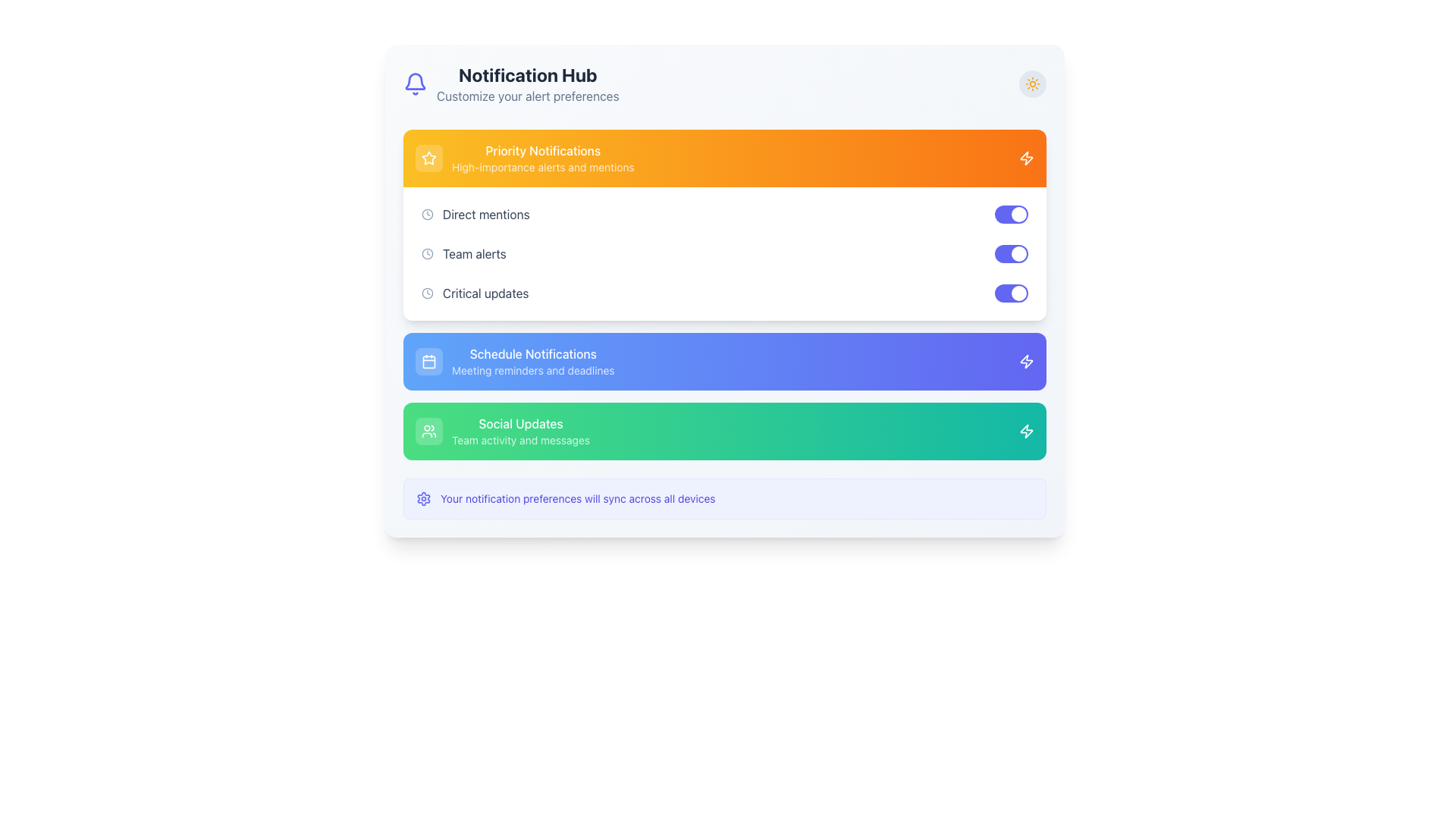 The height and width of the screenshot is (819, 1456). I want to click on the SVG icon depicting a lightning bolt design located in the 'Social Updates' section, so click(1026, 431).